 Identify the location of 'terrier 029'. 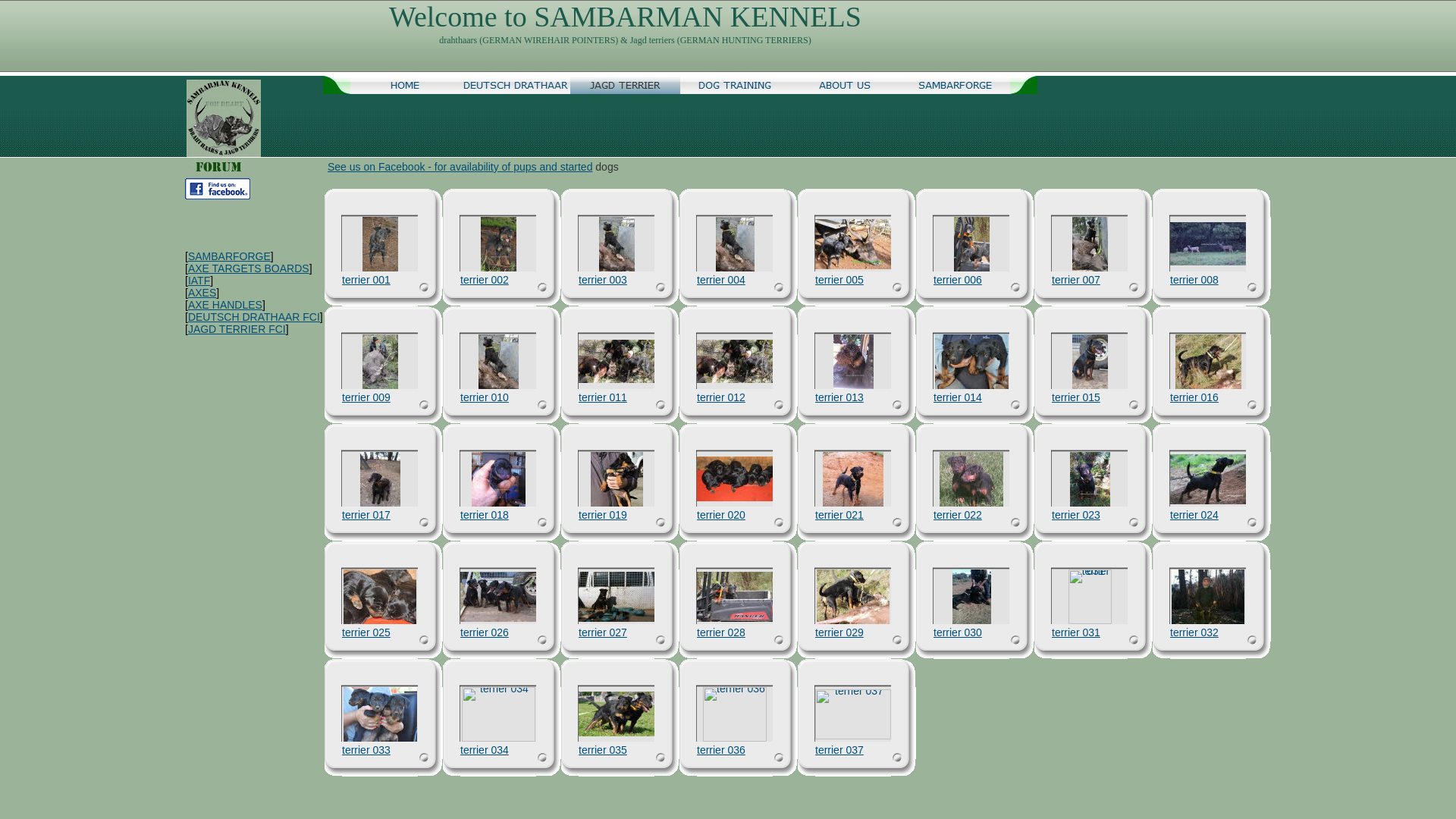
(815, 595).